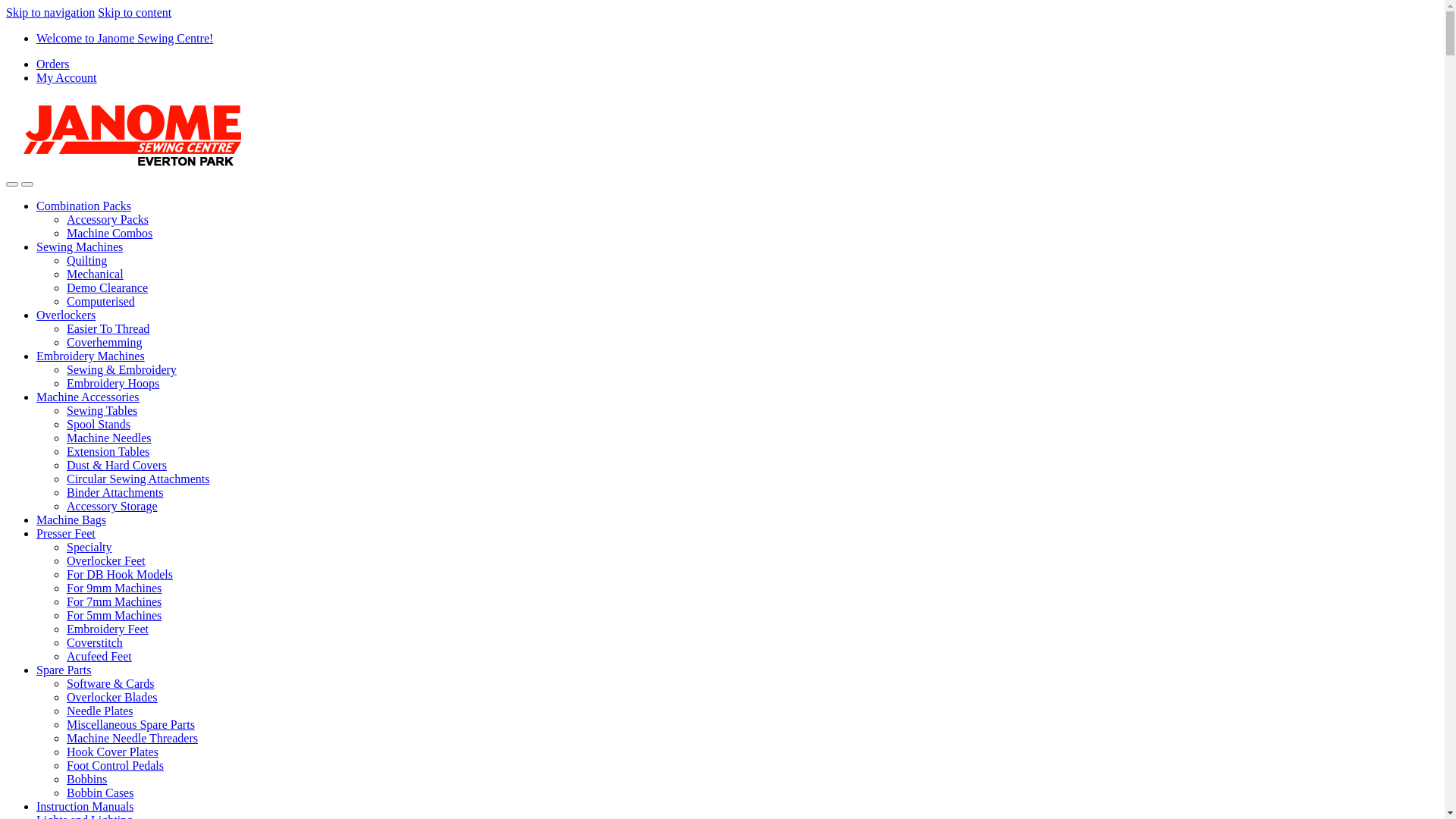 The width and height of the screenshot is (1456, 819). What do you see at coordinates (115, 492) in the screenshot?
I see `'Binder Attachments'` at bounding box center [115, 492].